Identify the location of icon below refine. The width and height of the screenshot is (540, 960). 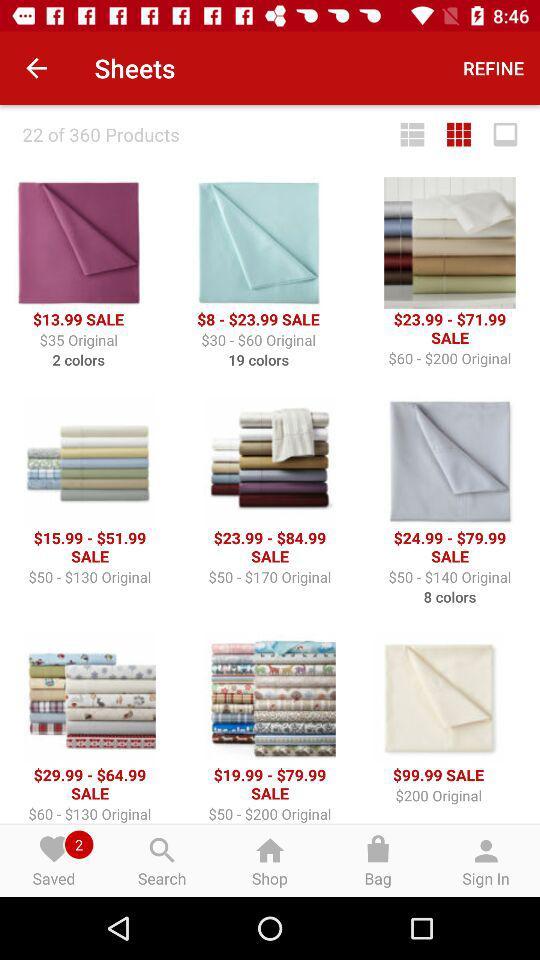
(459, 133).